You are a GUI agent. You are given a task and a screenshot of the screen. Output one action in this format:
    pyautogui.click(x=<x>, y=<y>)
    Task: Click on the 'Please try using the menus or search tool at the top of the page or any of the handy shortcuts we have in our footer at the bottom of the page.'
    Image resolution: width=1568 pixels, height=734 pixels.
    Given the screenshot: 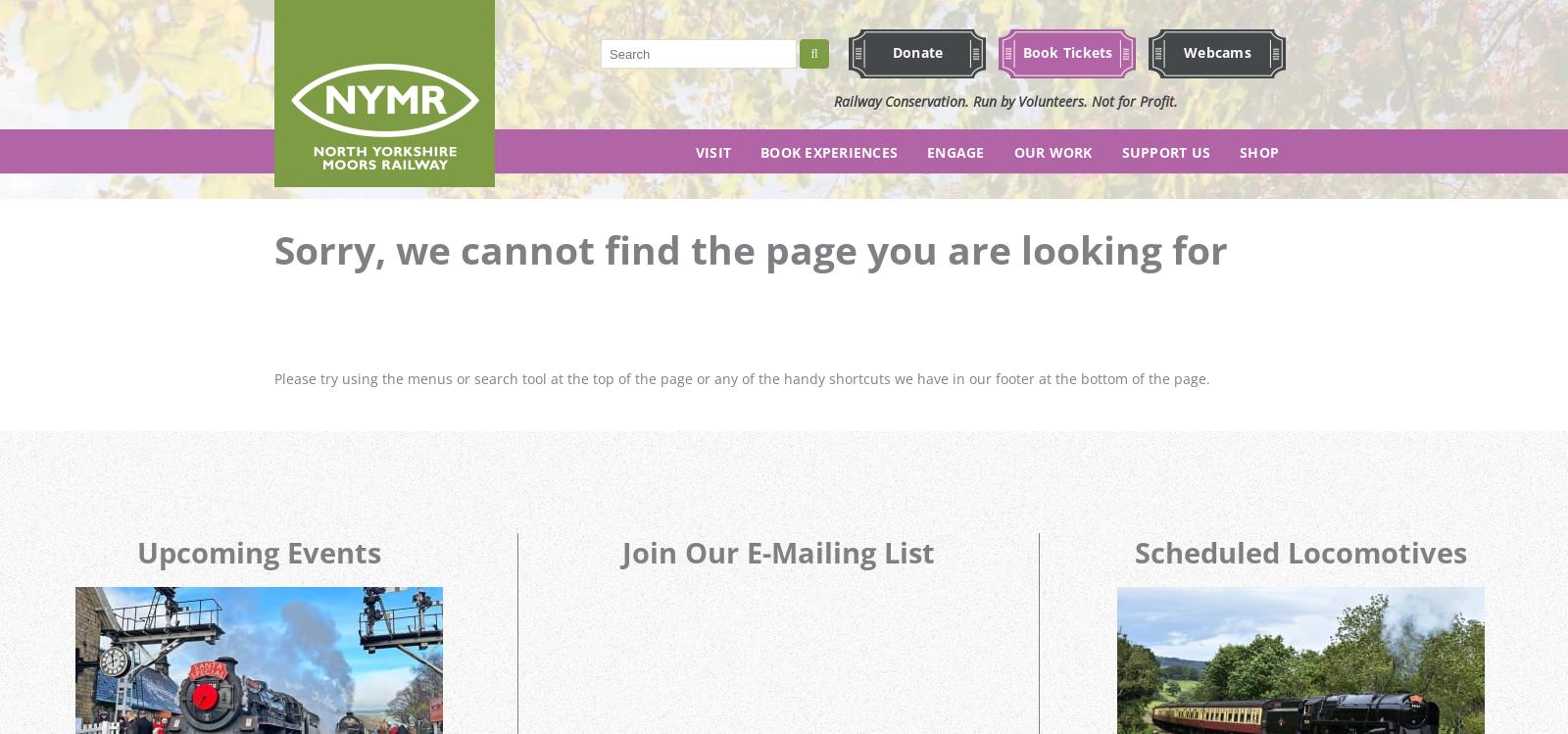 What is the action you would take?
    pyautogui.click(x=742, y=377)
    